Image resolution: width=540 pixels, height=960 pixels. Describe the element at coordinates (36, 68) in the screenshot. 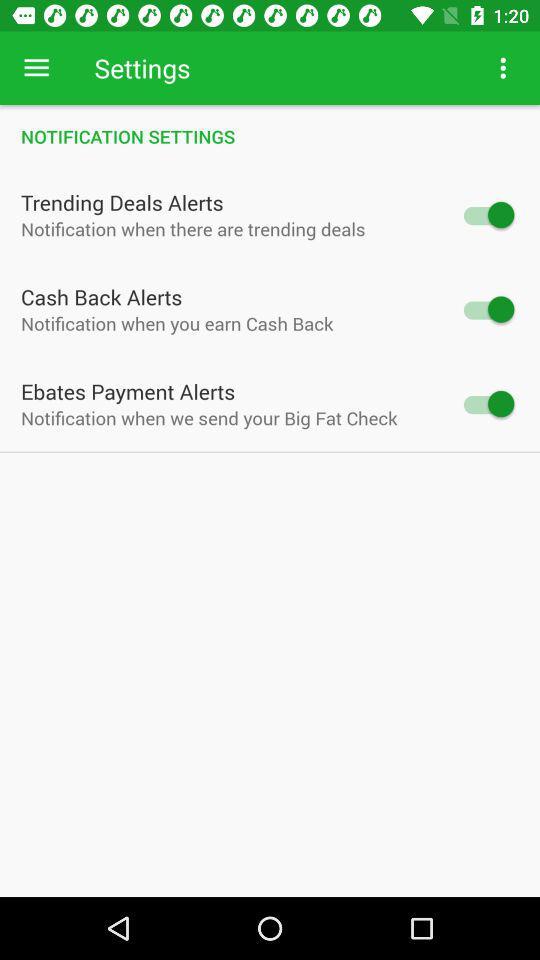

I see `item to the left of settings item` at that location.